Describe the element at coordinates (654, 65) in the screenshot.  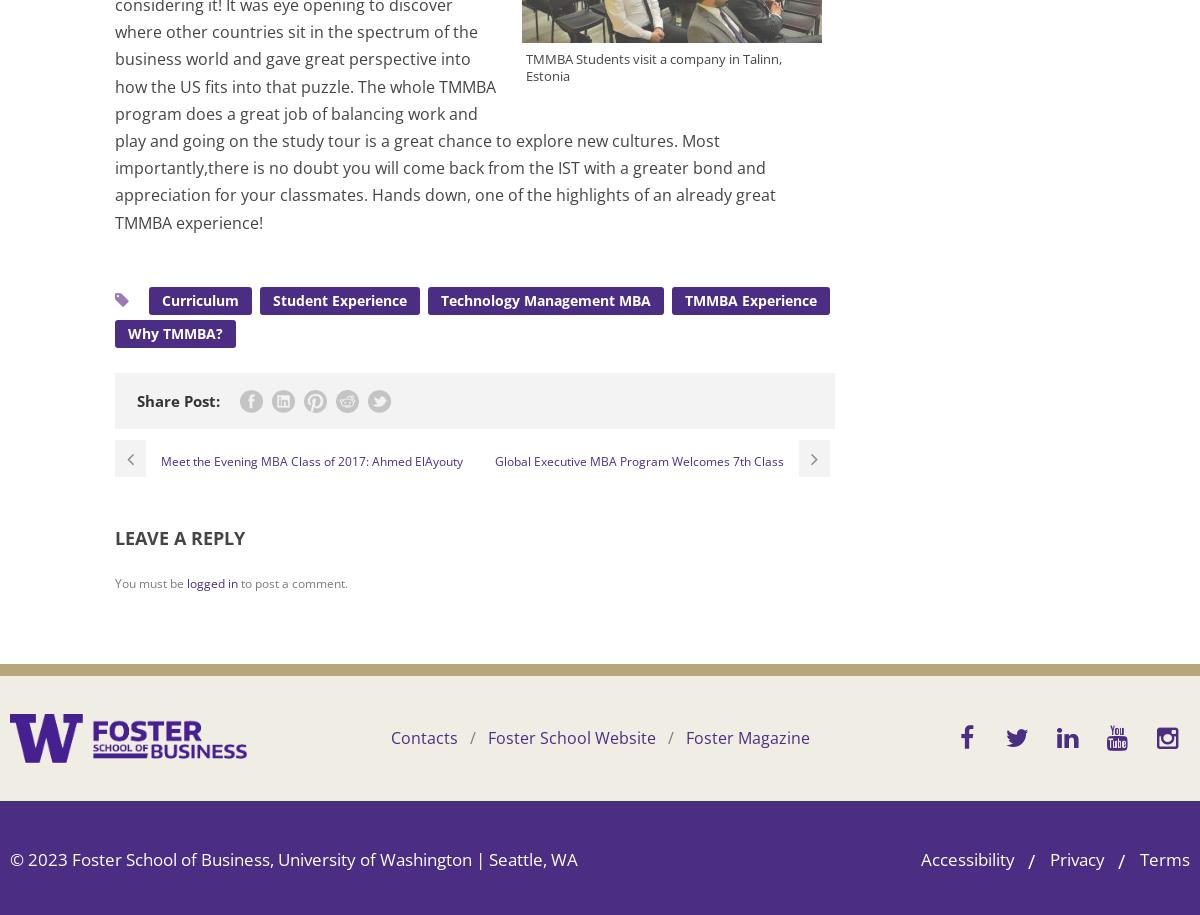
I see `'TMMBA Students visit a company in Talinn, Estonia'` at that location.